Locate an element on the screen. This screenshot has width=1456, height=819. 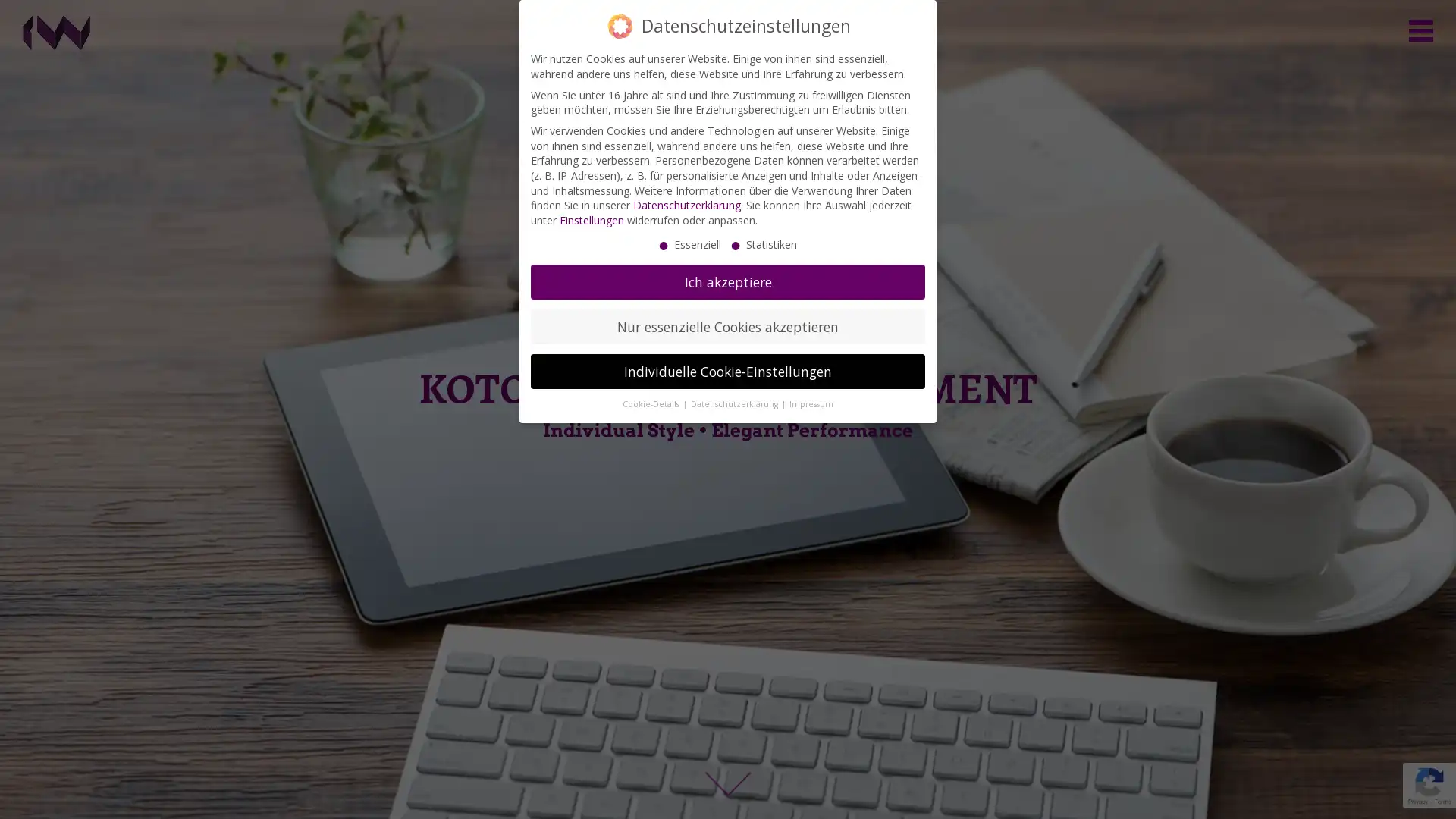
Einstellungen speichern & schlieen is located at coordinates (746, 646).